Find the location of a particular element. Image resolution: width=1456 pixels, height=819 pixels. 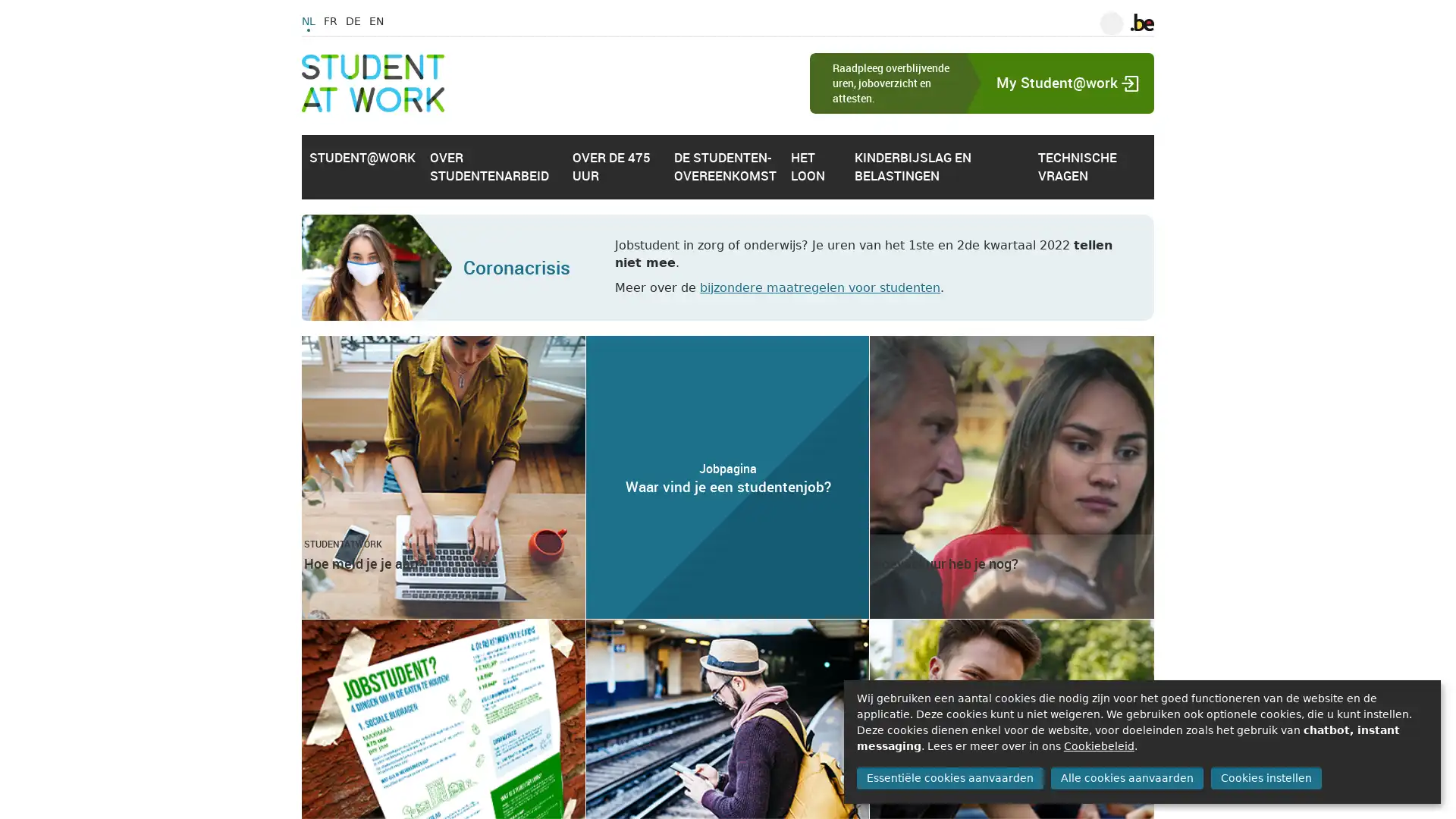

Alle cookies aanvaarden is located at coordinates (1126, 778).